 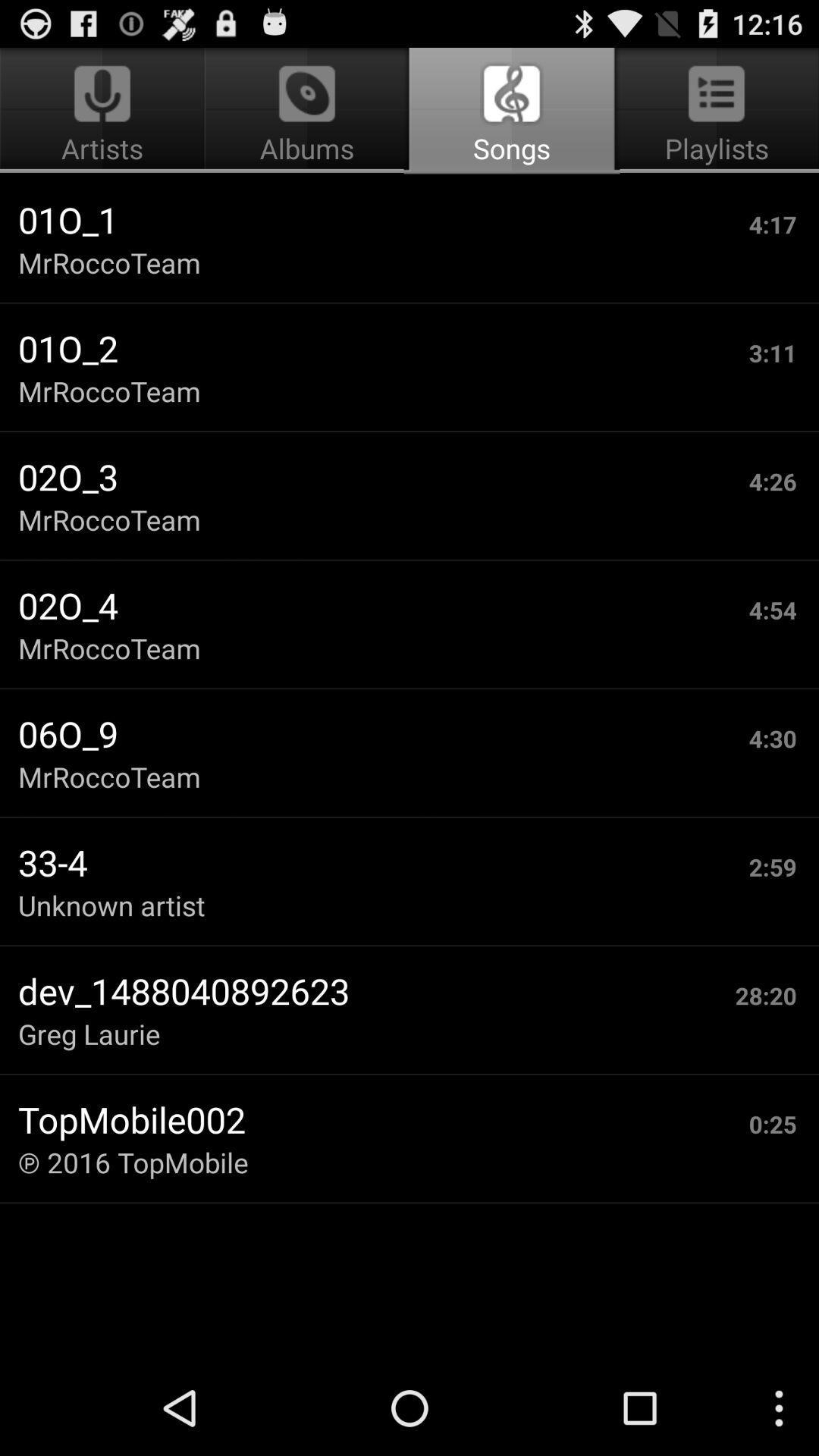 What do you see at coordinates (512, 111) in the screenshot?
I see `item above 01o_1 app` at bounding box center [512, 111].